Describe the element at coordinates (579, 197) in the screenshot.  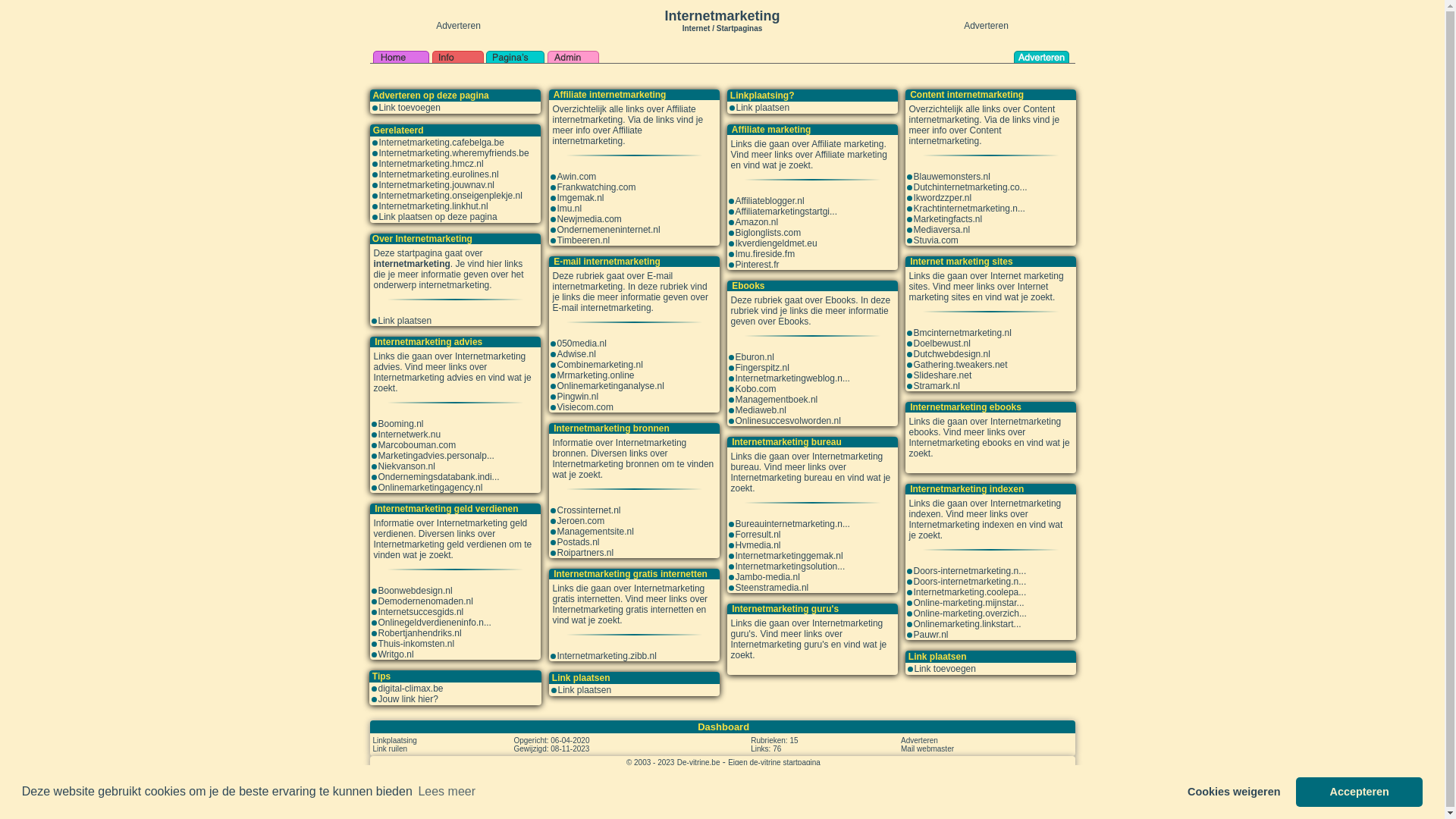
I see `'Imgemak.nl'` at that location.